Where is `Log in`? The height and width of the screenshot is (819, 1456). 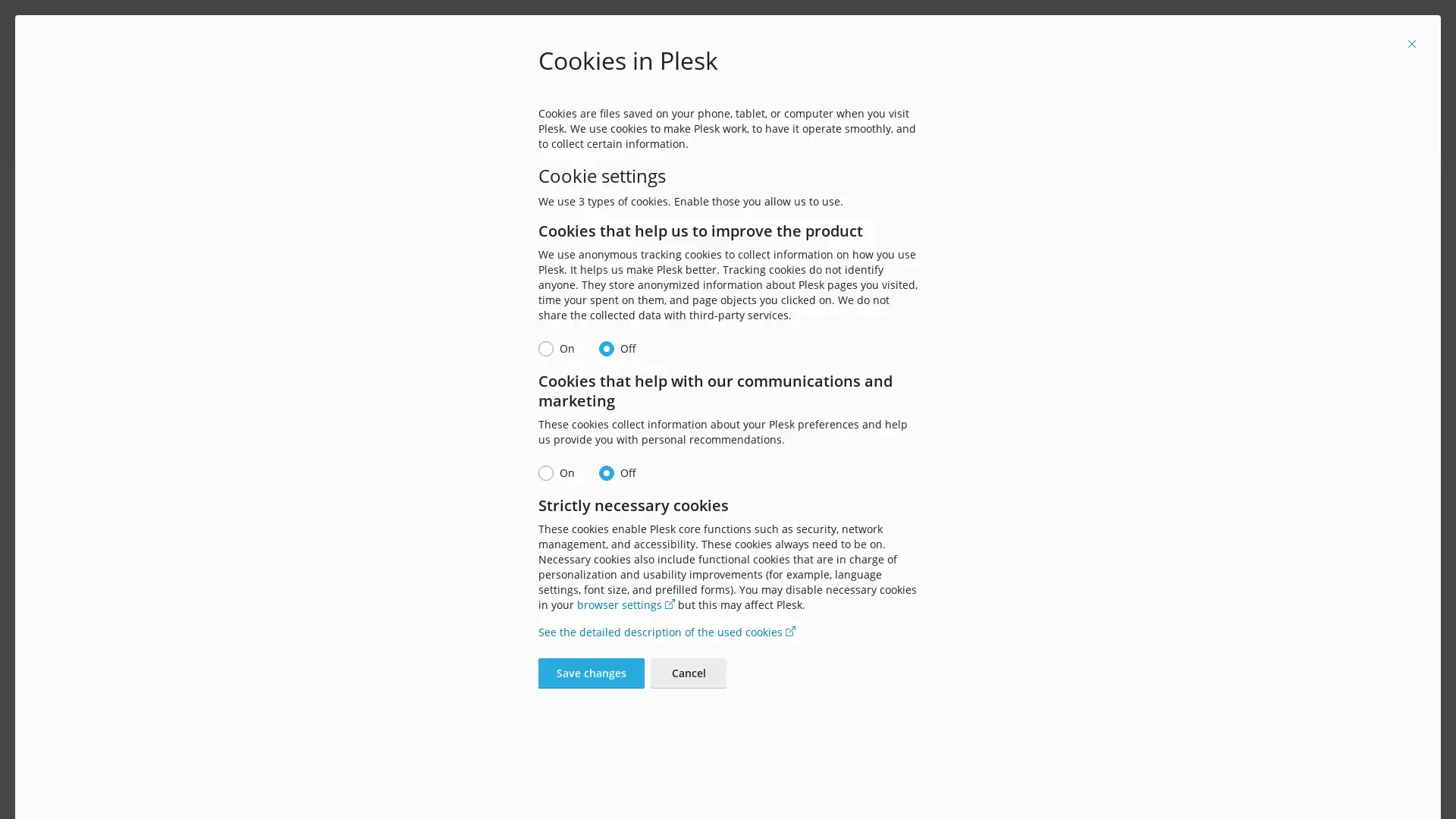 Log in is located at coordinates (728, 562).